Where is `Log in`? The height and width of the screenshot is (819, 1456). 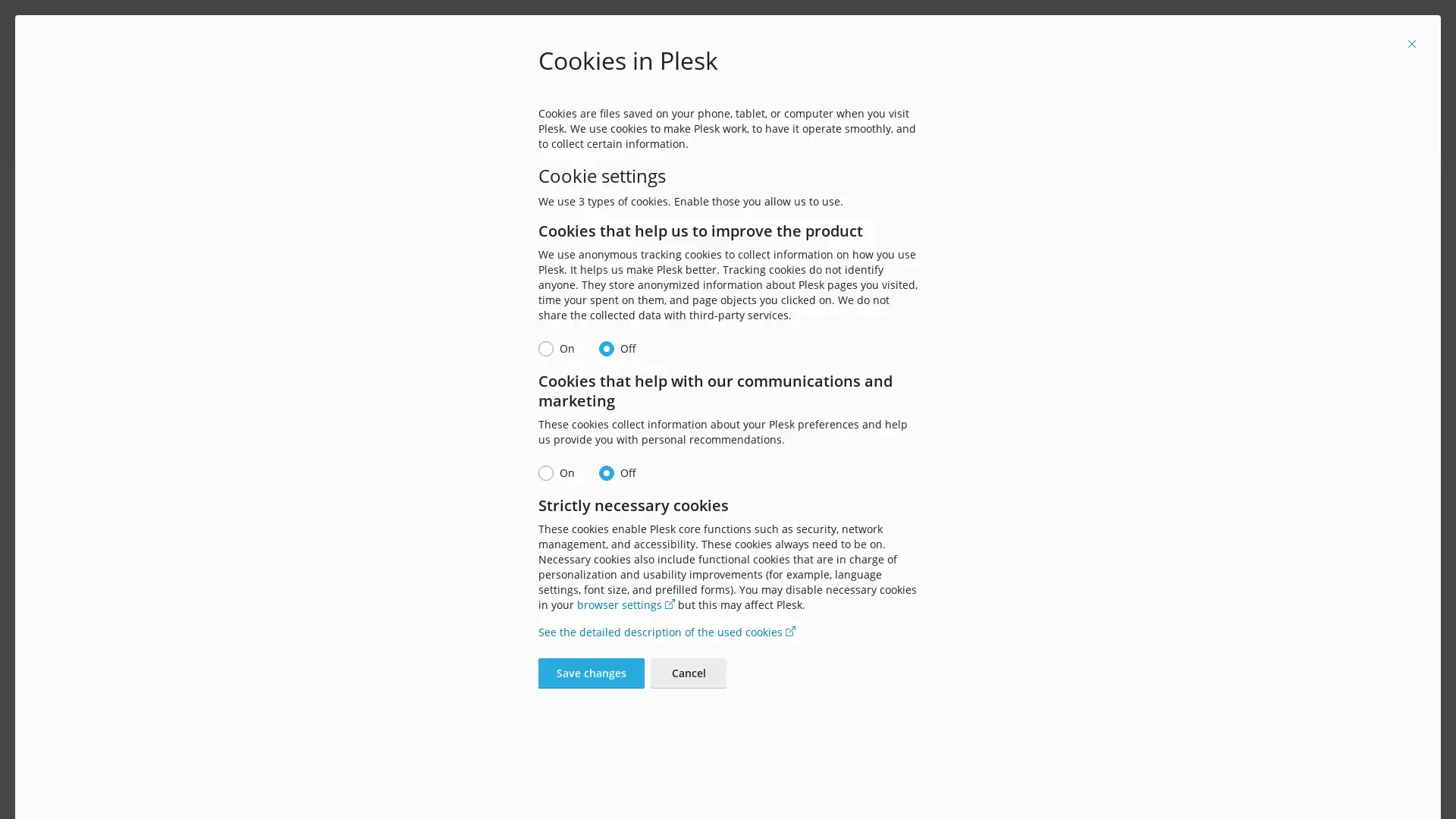 Log in is located at coordinates (728, 562).